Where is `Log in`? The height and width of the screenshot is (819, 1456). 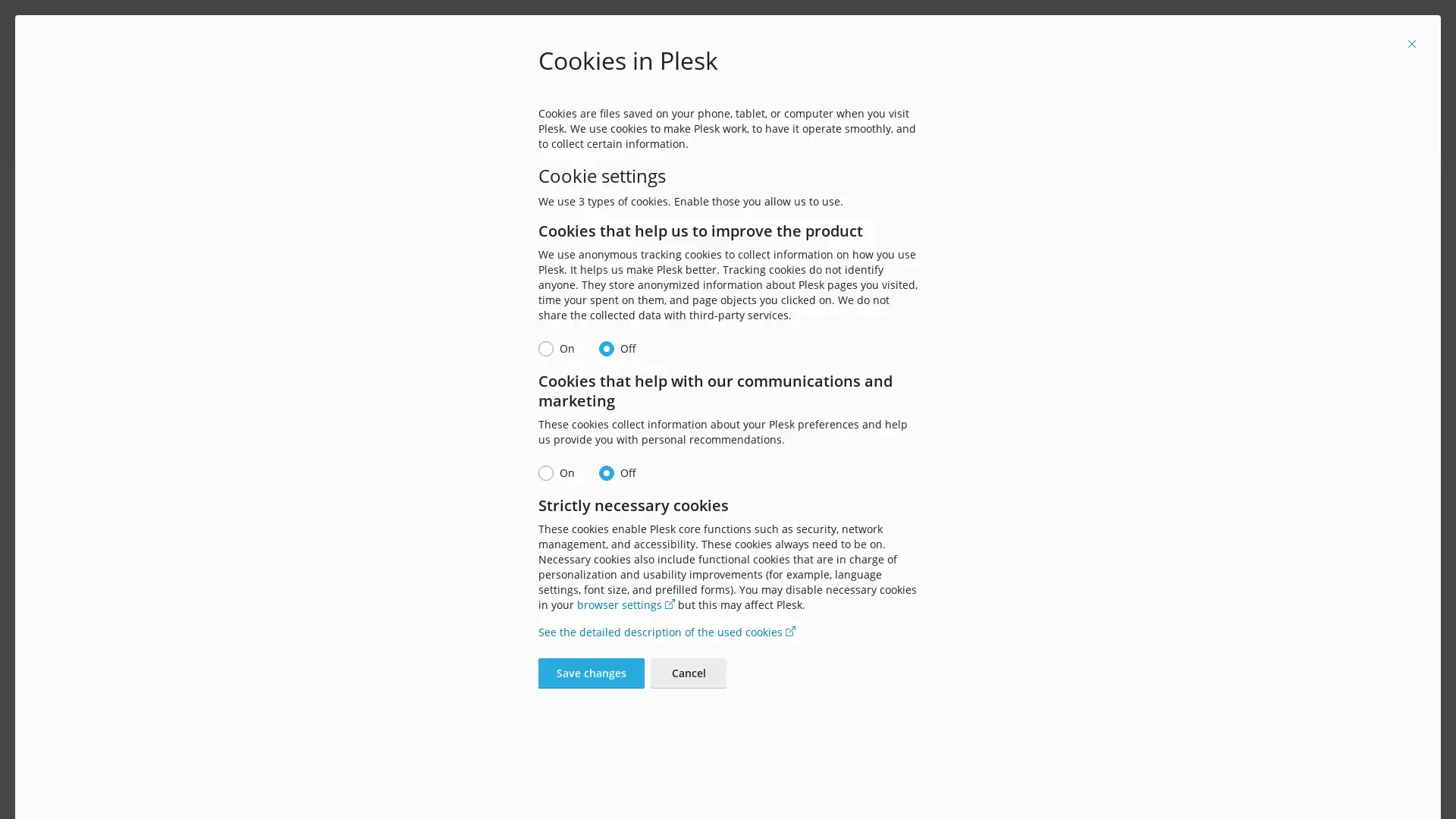 Log in is located at coordinates (728, 562).